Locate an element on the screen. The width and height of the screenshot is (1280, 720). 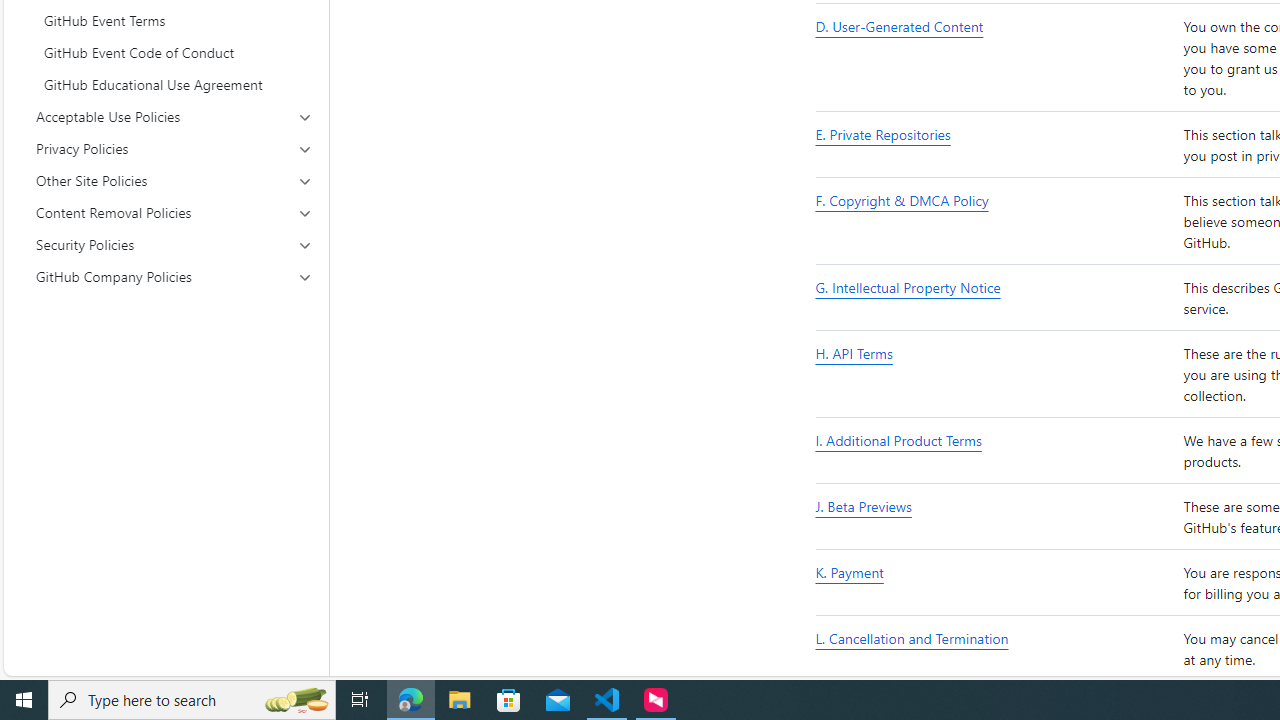
'GitHub Educational Use Agreement' is located at coordinates (174, 83).